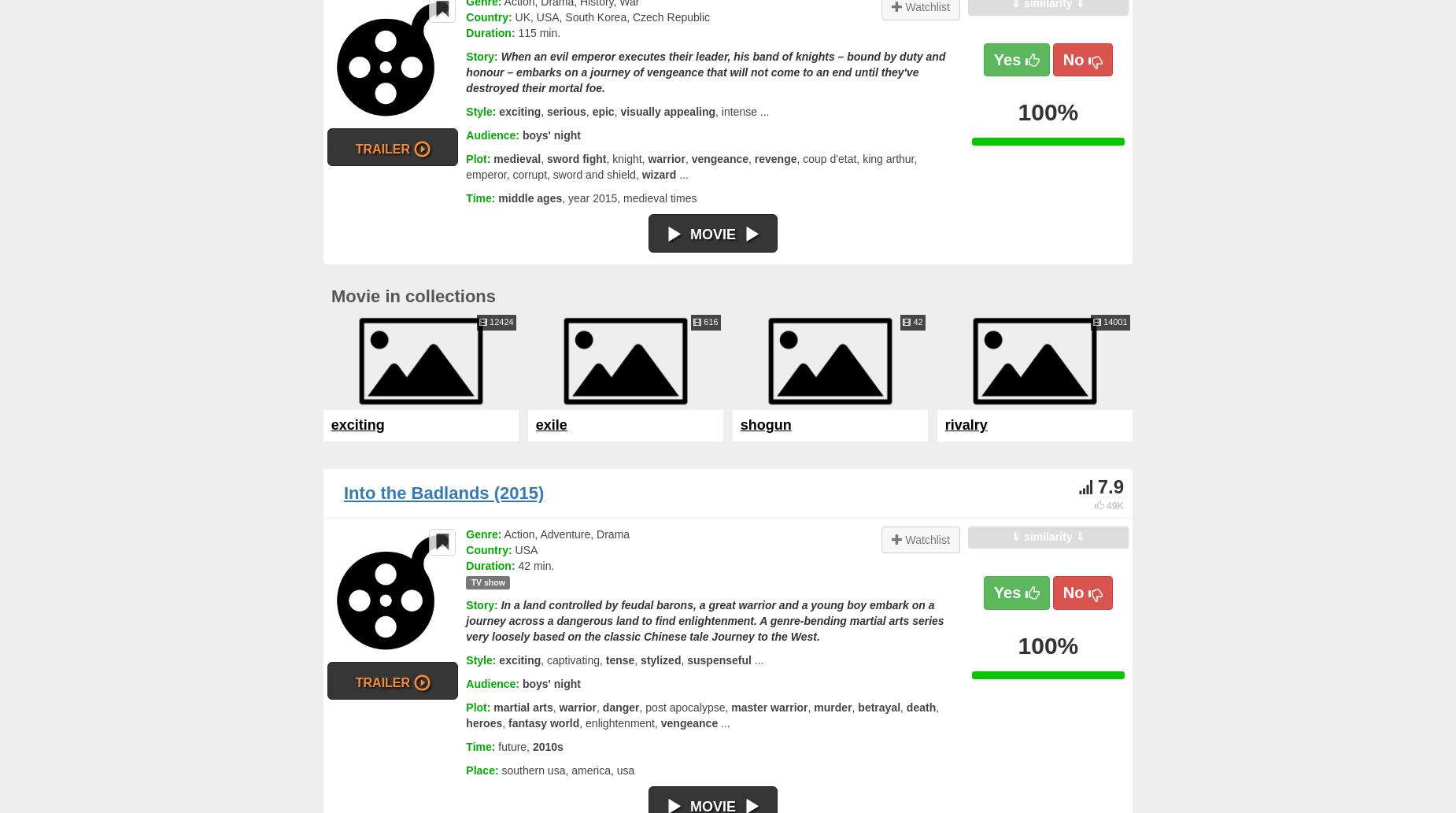 The height and width of the screenshot is (813, 1456). What do you see at coordinates (356, 423) in the screenshot?
I see `'exciting'` at bounding box center [356, 423].